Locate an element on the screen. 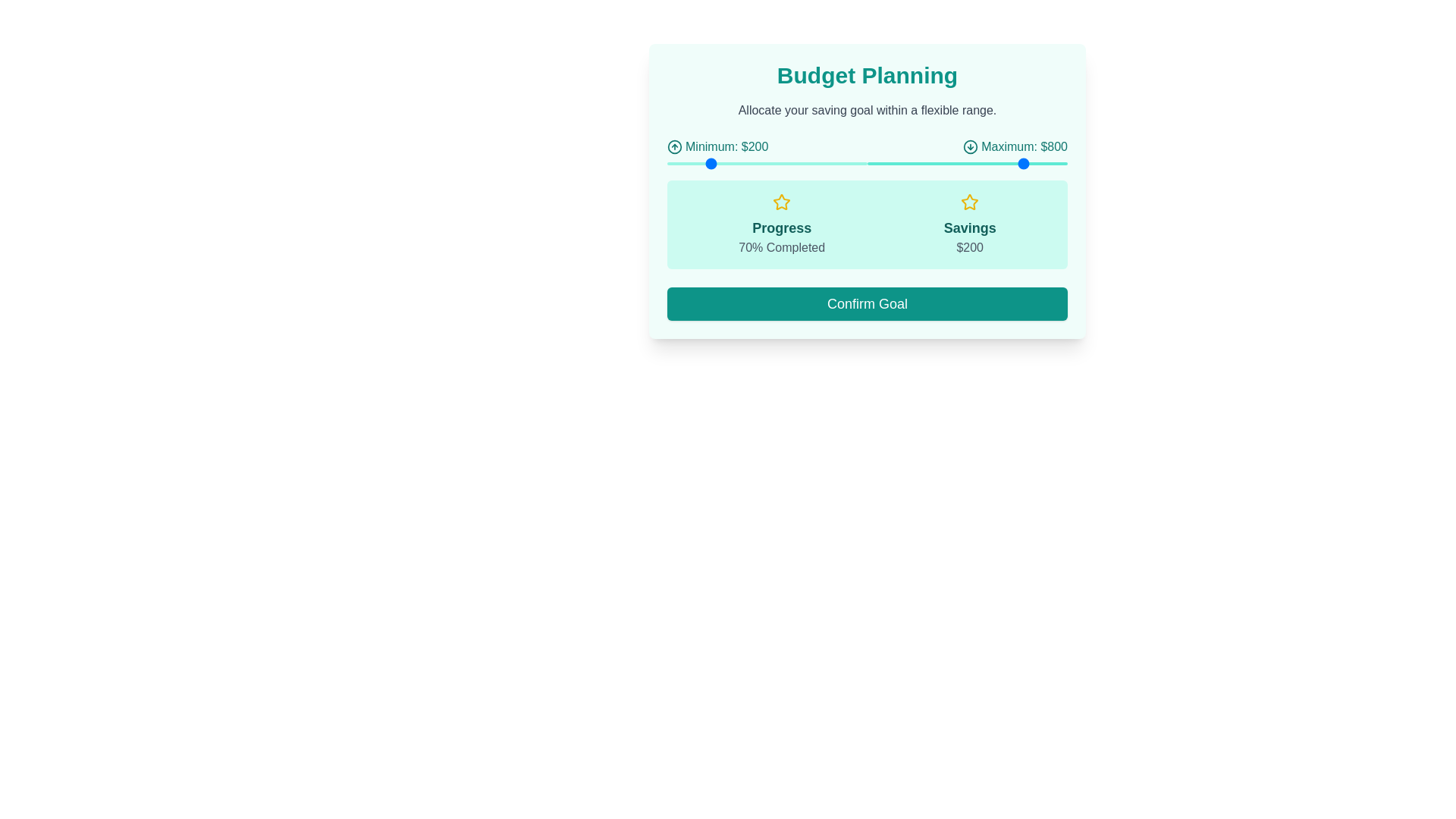  the slider value is located at coordinates (731, 164).